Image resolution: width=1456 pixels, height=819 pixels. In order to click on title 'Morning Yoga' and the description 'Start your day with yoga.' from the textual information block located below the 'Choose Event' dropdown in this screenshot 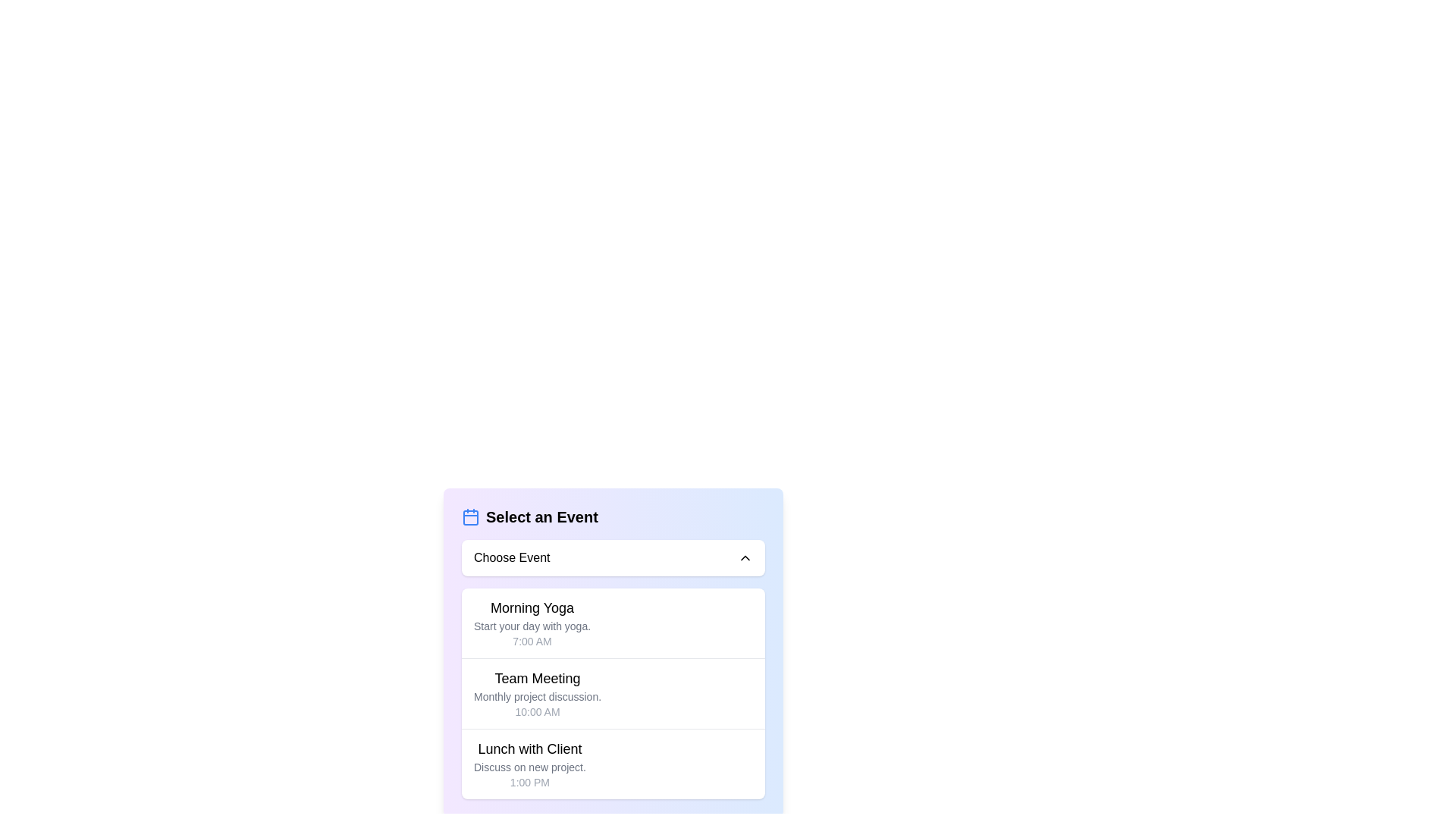, I will do `click(532, 623)`.